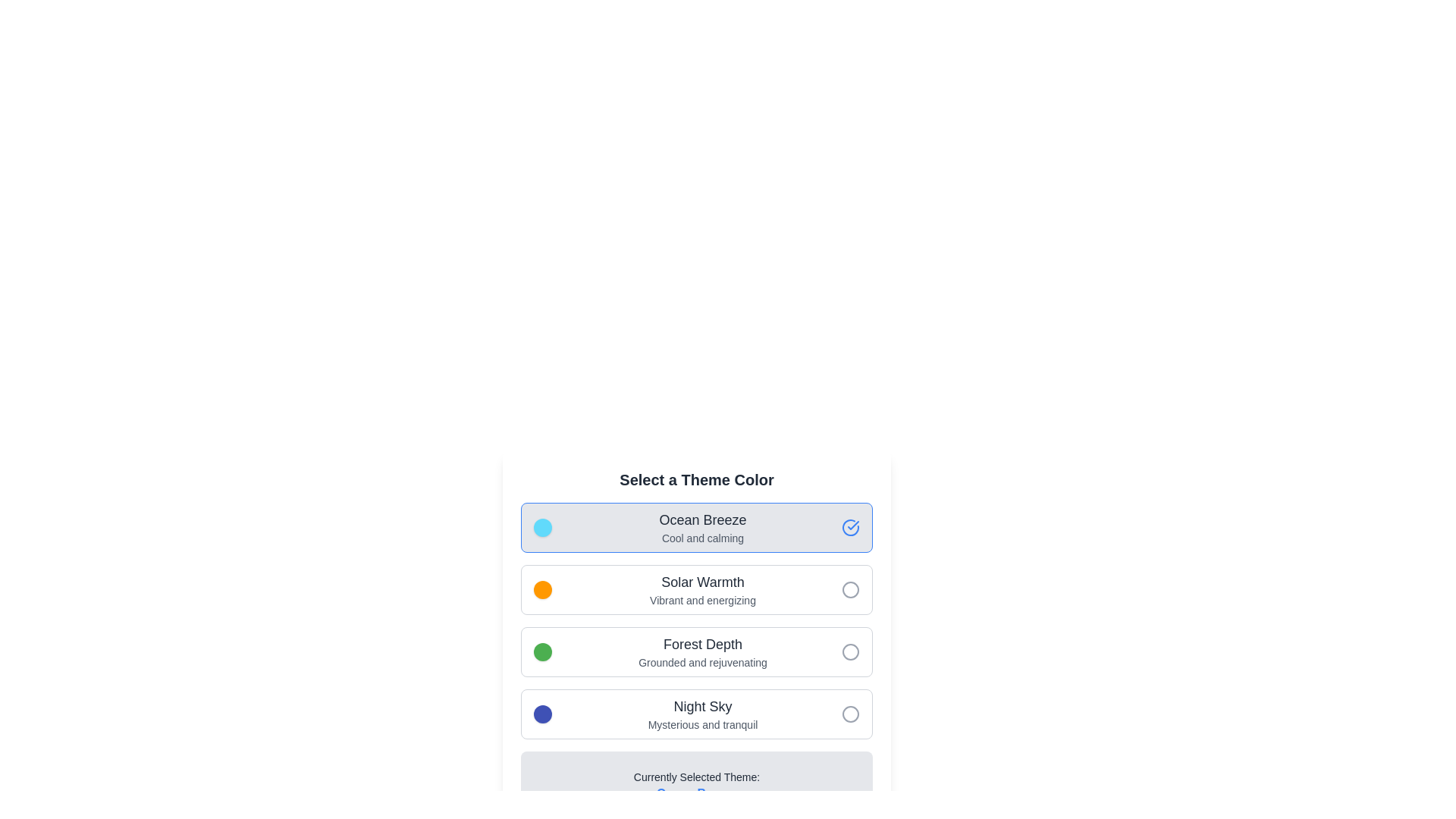  What do you see at coordinates (542, 651) in the screenshot?
I see `the green circular indicator located to the left of the 'Forest Depth' list card, which is the third card in the column of similar cards` at bounding box center [542, 651].